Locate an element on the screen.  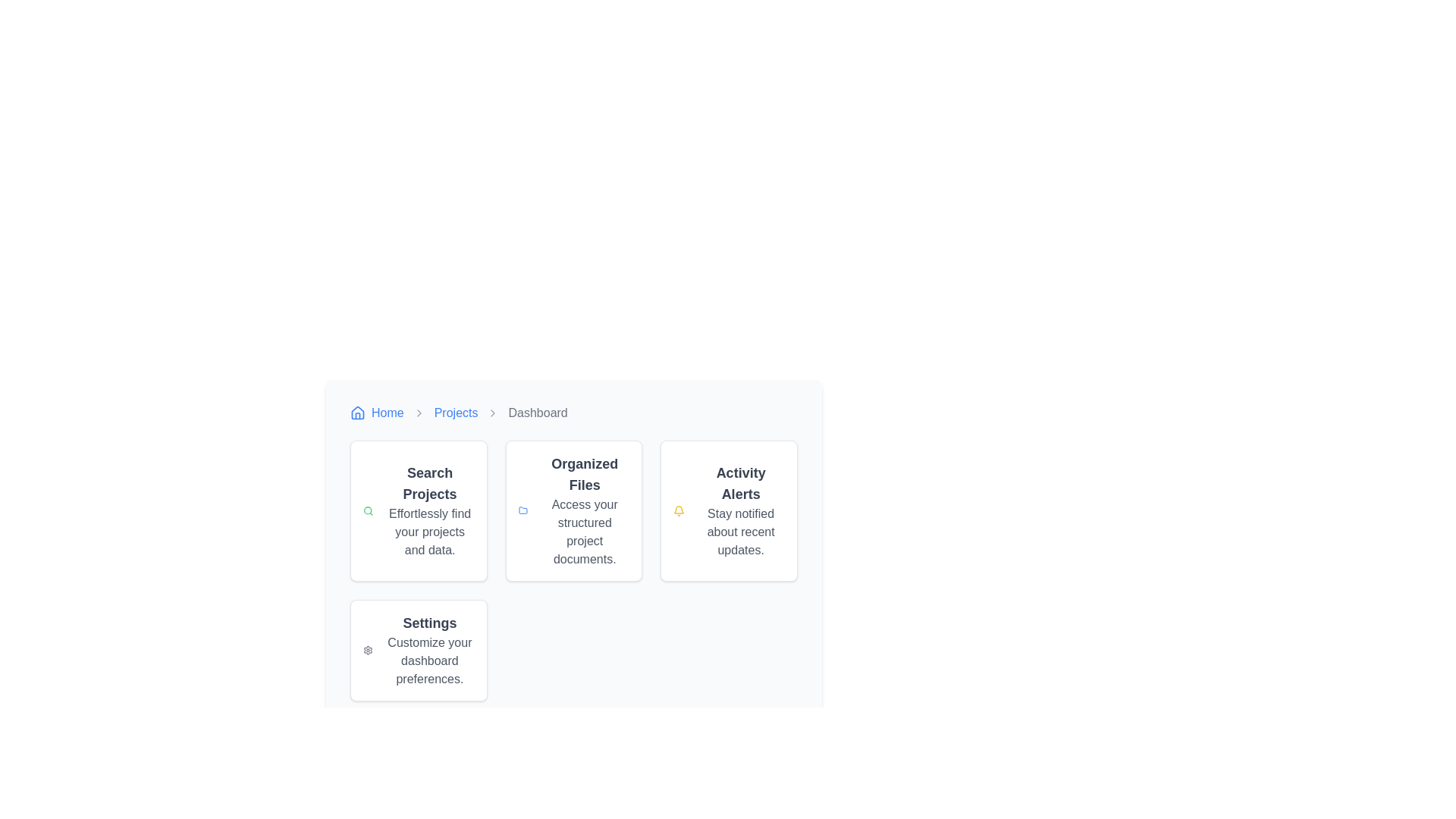
the blue text link labeled 'Projects' in the navigation breadcrumb is located at coordinates (455, 413).